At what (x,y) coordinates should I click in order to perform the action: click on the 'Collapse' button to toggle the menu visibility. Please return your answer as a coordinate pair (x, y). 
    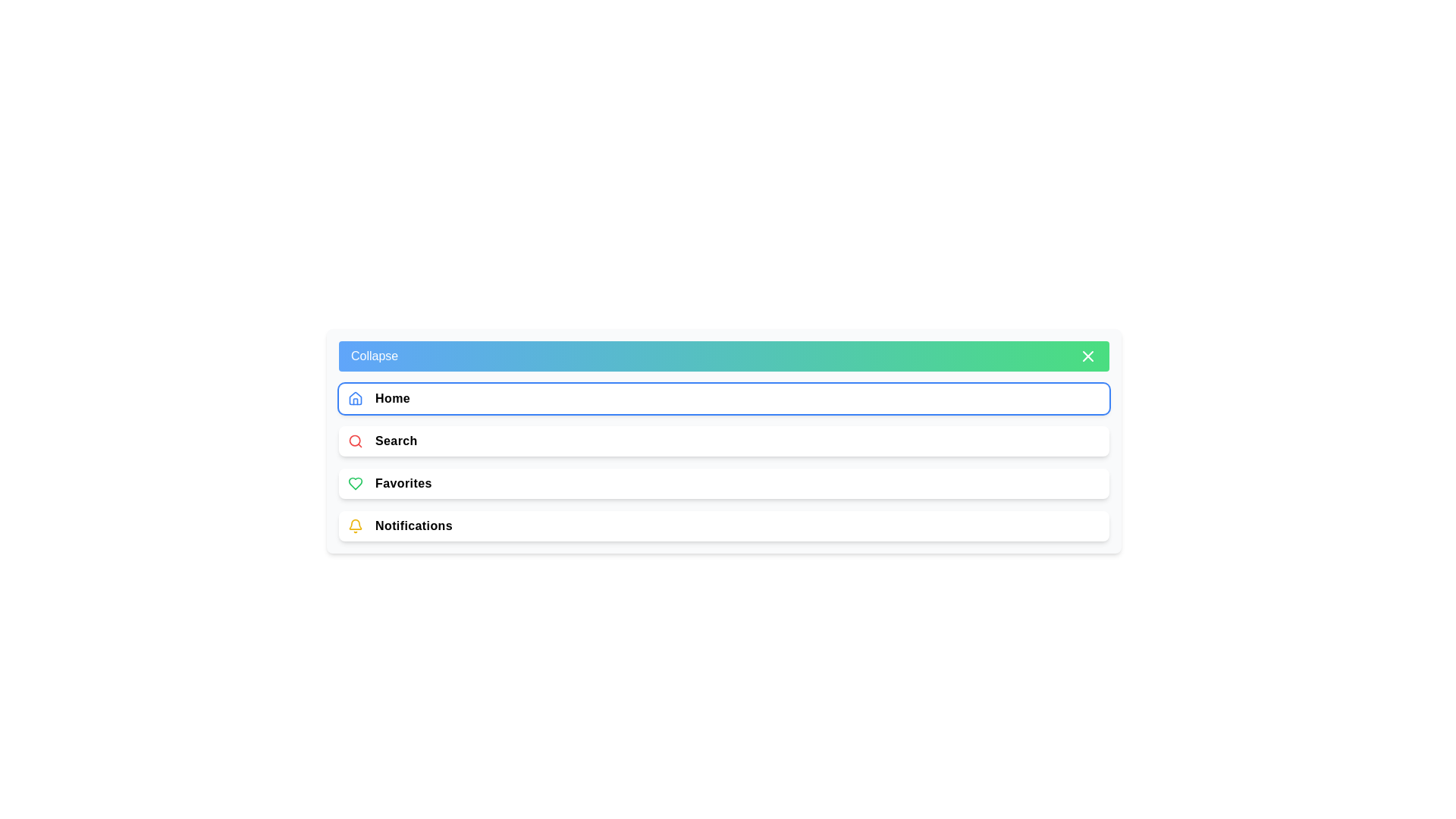
    Looking at the image, I should click on (723, 356).